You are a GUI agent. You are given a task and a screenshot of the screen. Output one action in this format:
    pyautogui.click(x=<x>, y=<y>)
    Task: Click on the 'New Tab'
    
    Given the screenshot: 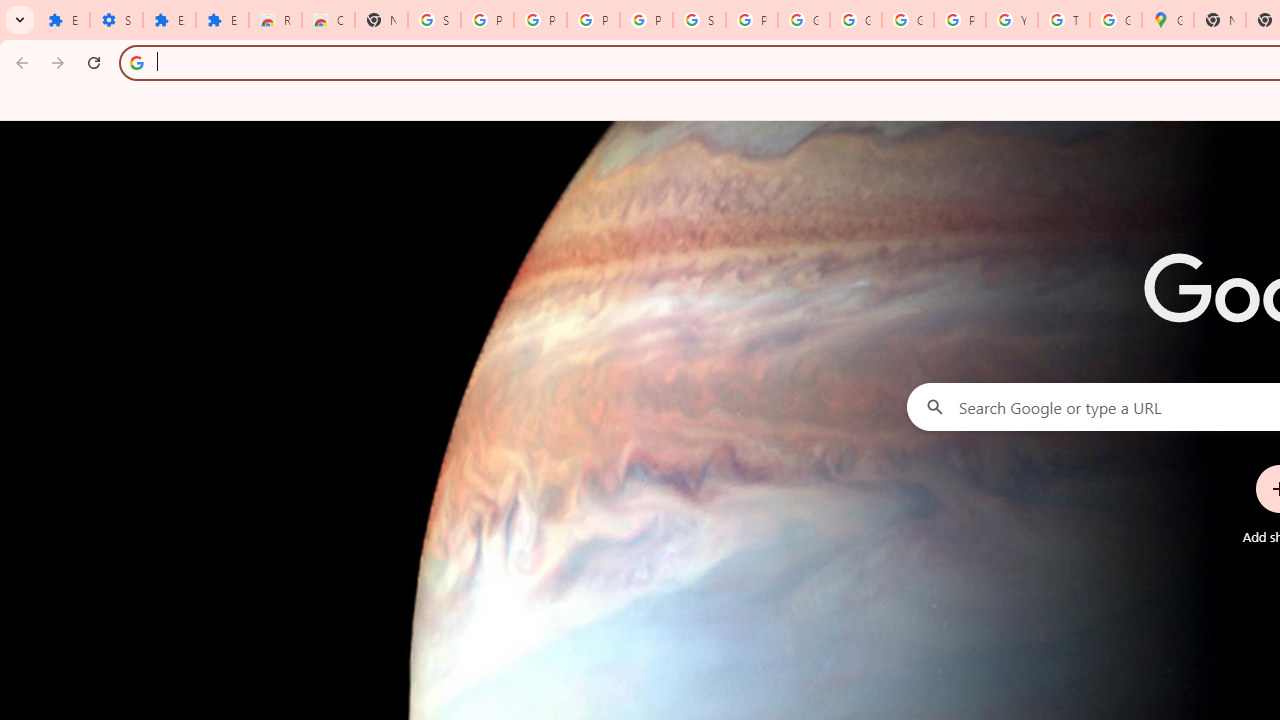 What is the action you would take?
    pyautogui.click(x=381, y=20)
    